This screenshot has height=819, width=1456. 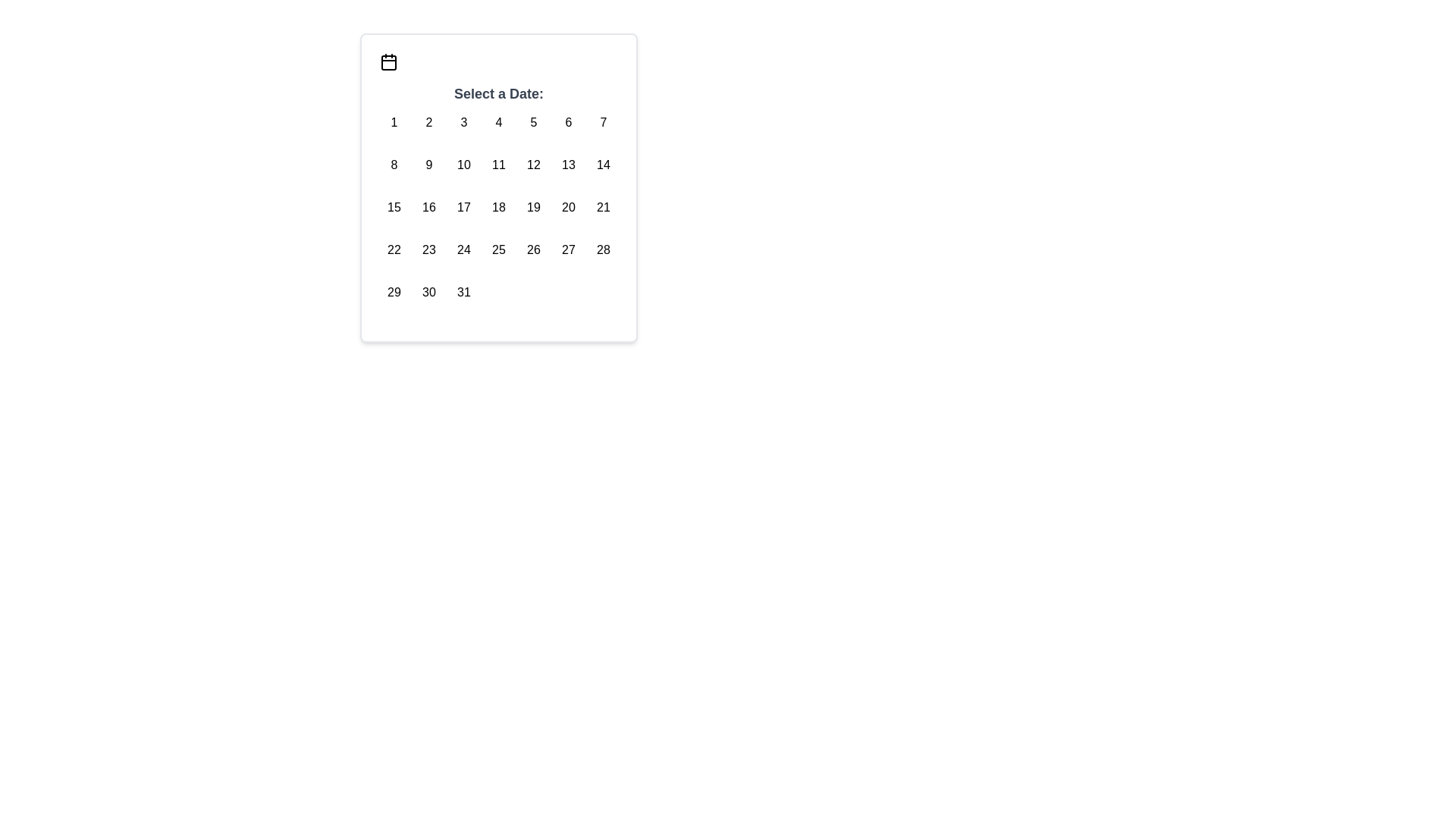 I want to click on the selectable dates in the calendar selector, so click(x=498, y=187).